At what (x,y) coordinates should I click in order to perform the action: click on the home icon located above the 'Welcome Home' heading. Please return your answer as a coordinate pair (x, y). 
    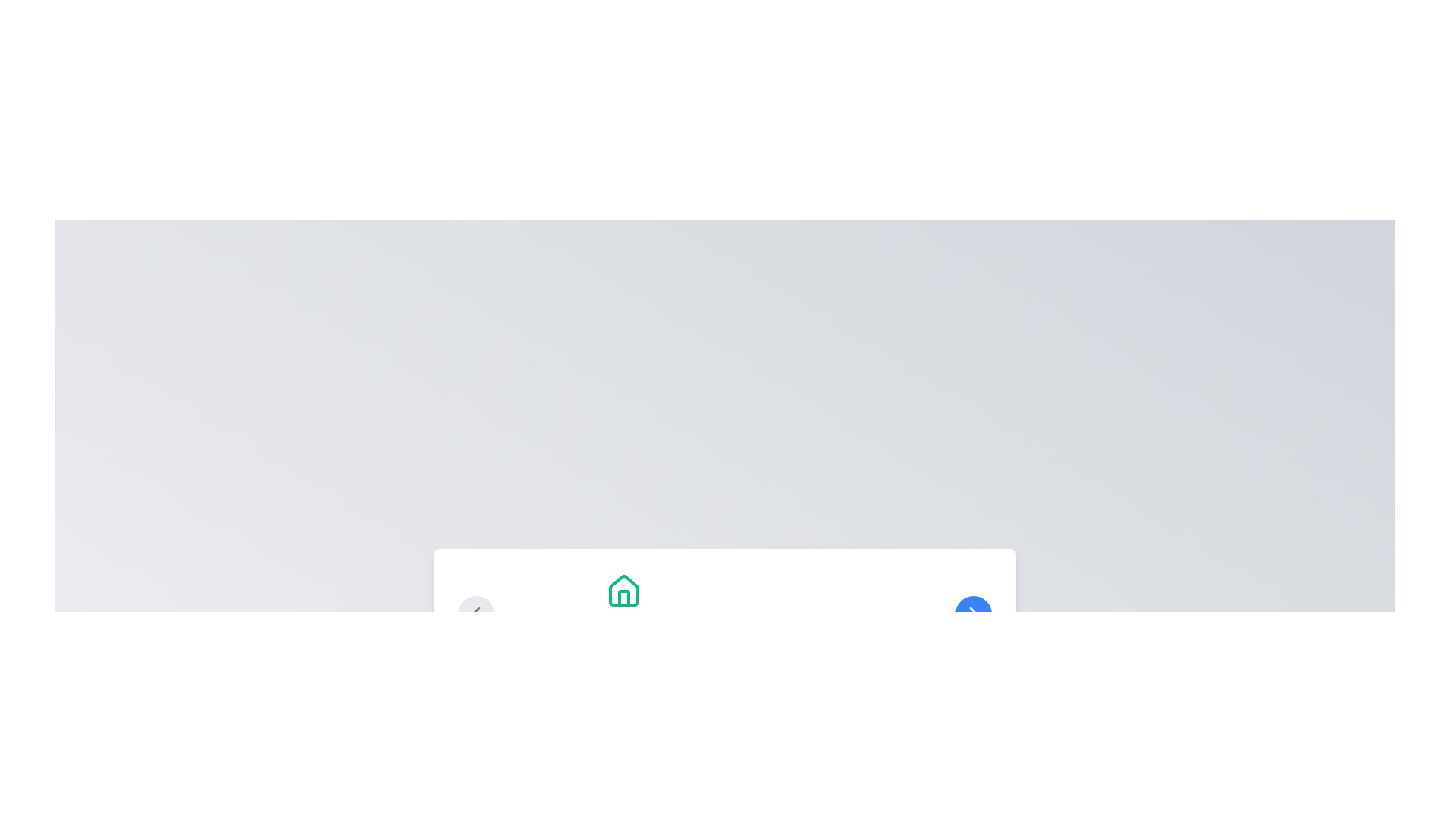
    Looking at the image, I should click on (623, 590).